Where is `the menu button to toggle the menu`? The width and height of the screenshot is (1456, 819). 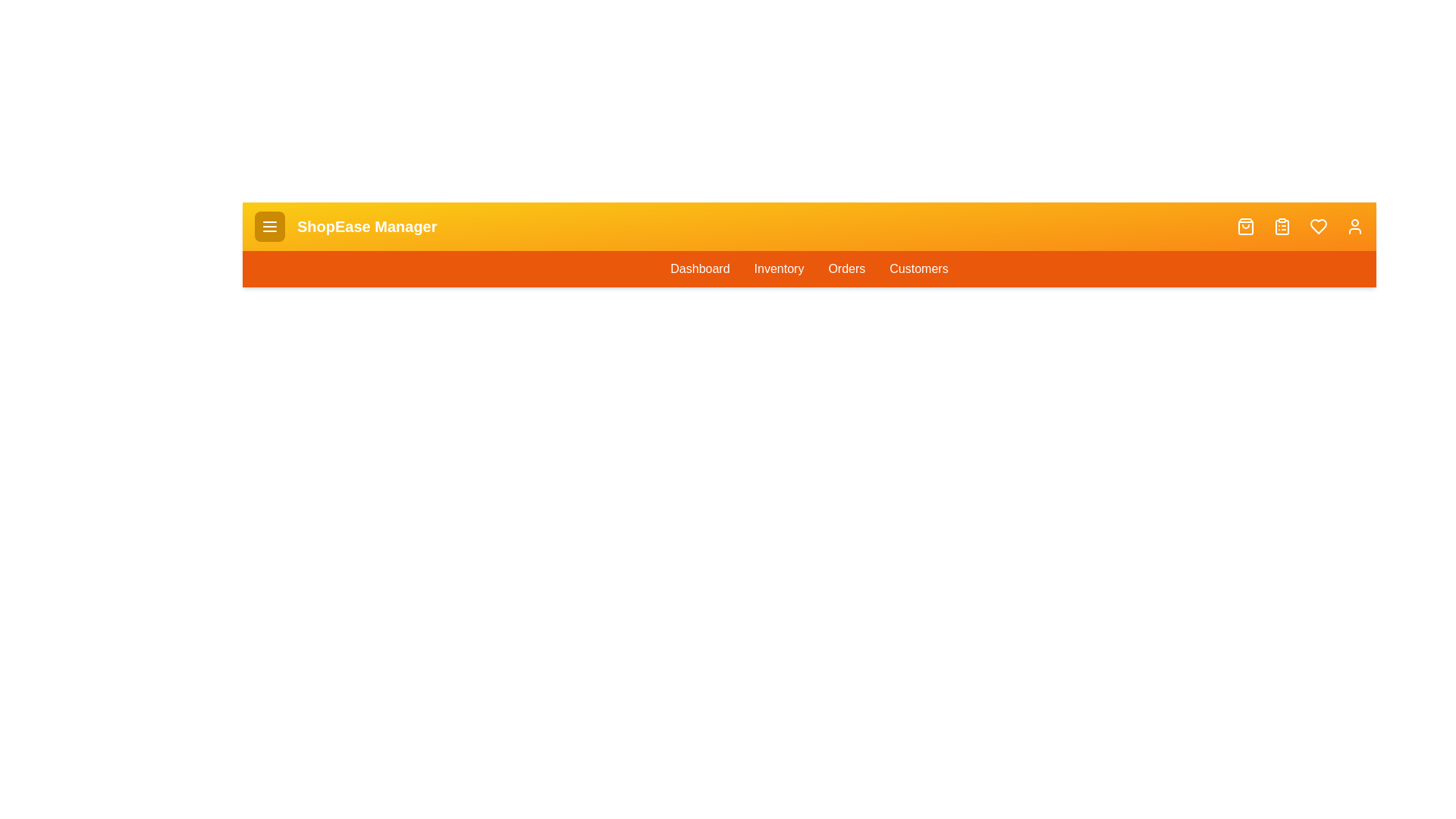
the menu button to toggle the menu is located at coordinates (269, 227).